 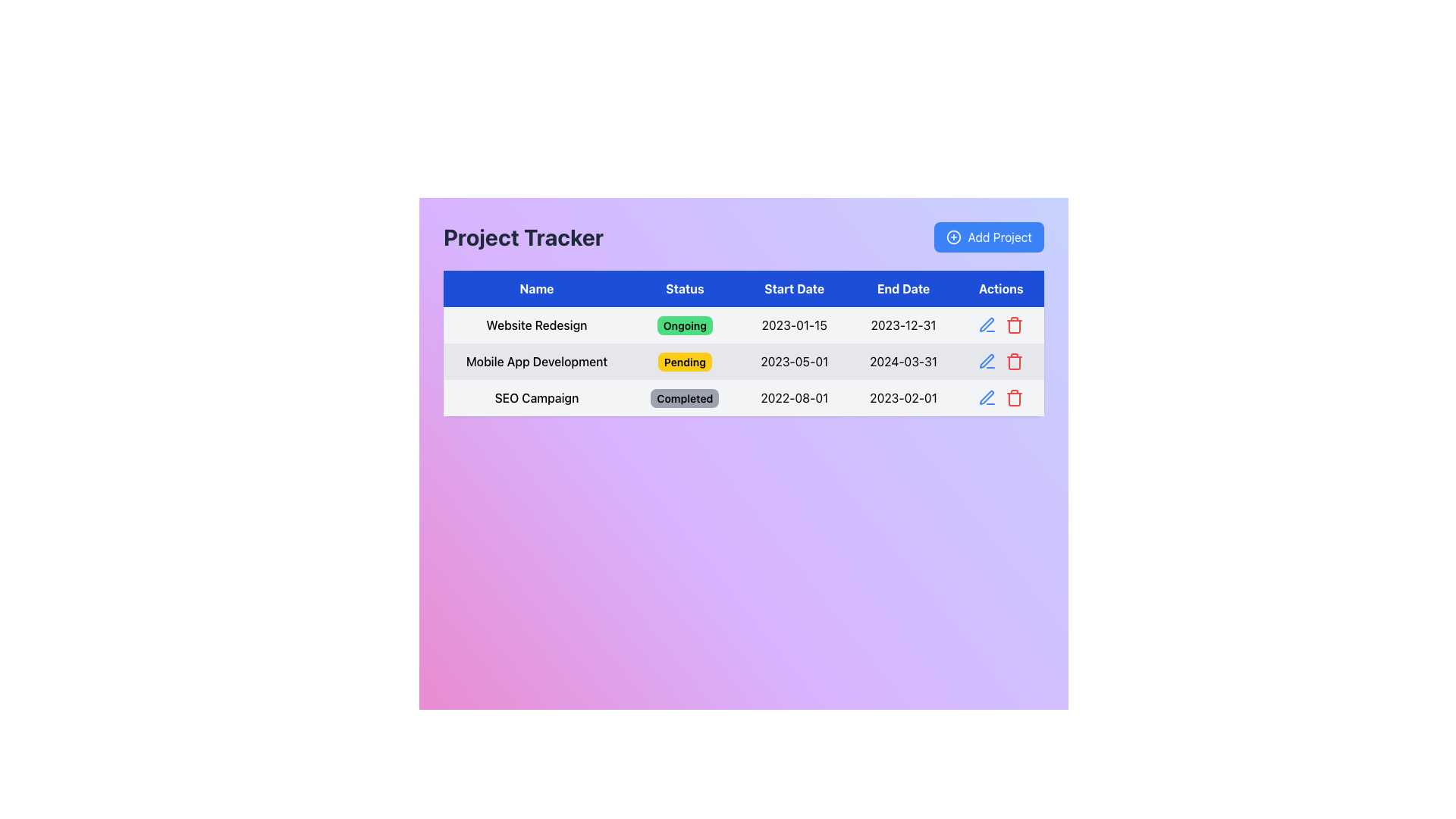 I want to click on the delete icon button in the 'Actions' column on the last row of the table to observe the tooltip or style change, so click(x=1015, y=324).